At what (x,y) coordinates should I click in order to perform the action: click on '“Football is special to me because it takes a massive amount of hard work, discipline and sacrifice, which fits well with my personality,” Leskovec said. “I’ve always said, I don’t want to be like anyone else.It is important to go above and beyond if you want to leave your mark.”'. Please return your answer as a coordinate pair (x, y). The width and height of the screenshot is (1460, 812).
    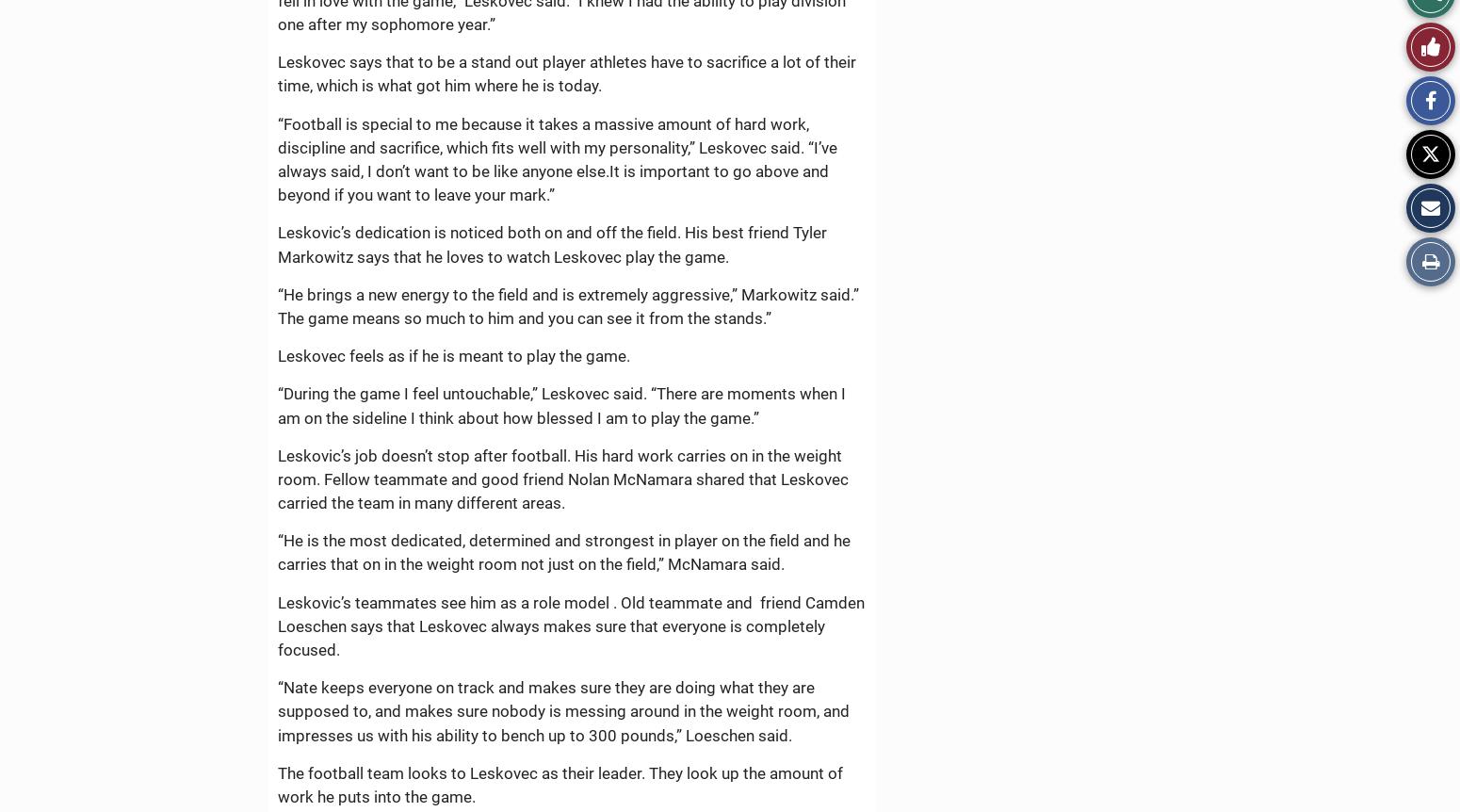
    Looking at the image, I should click on (557, 159).